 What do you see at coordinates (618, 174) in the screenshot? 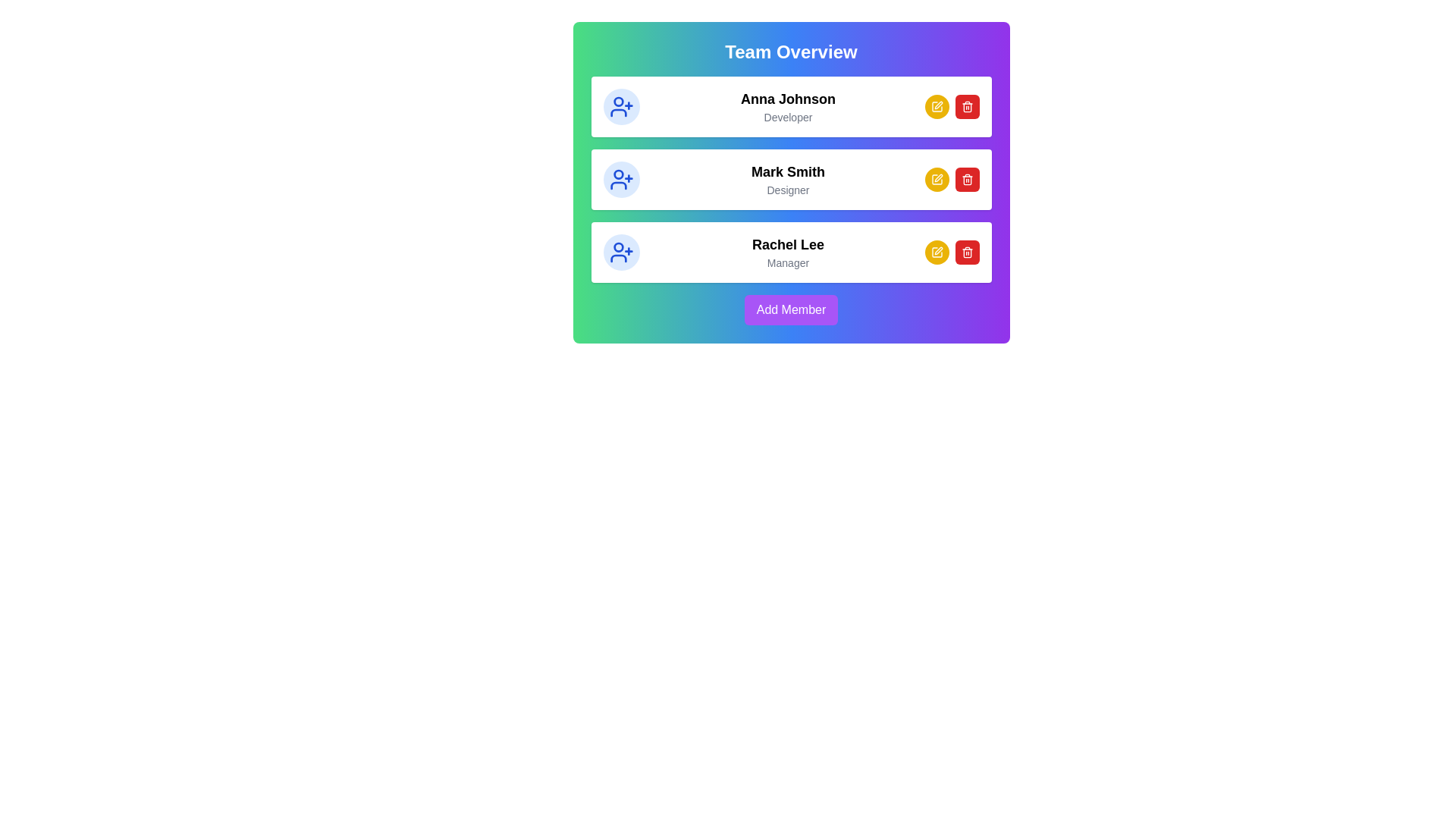
I see `the user profile icon representing 'Mark Smith - Designer' in the 'Team Overview' panel` at bounding box center [618, 174].